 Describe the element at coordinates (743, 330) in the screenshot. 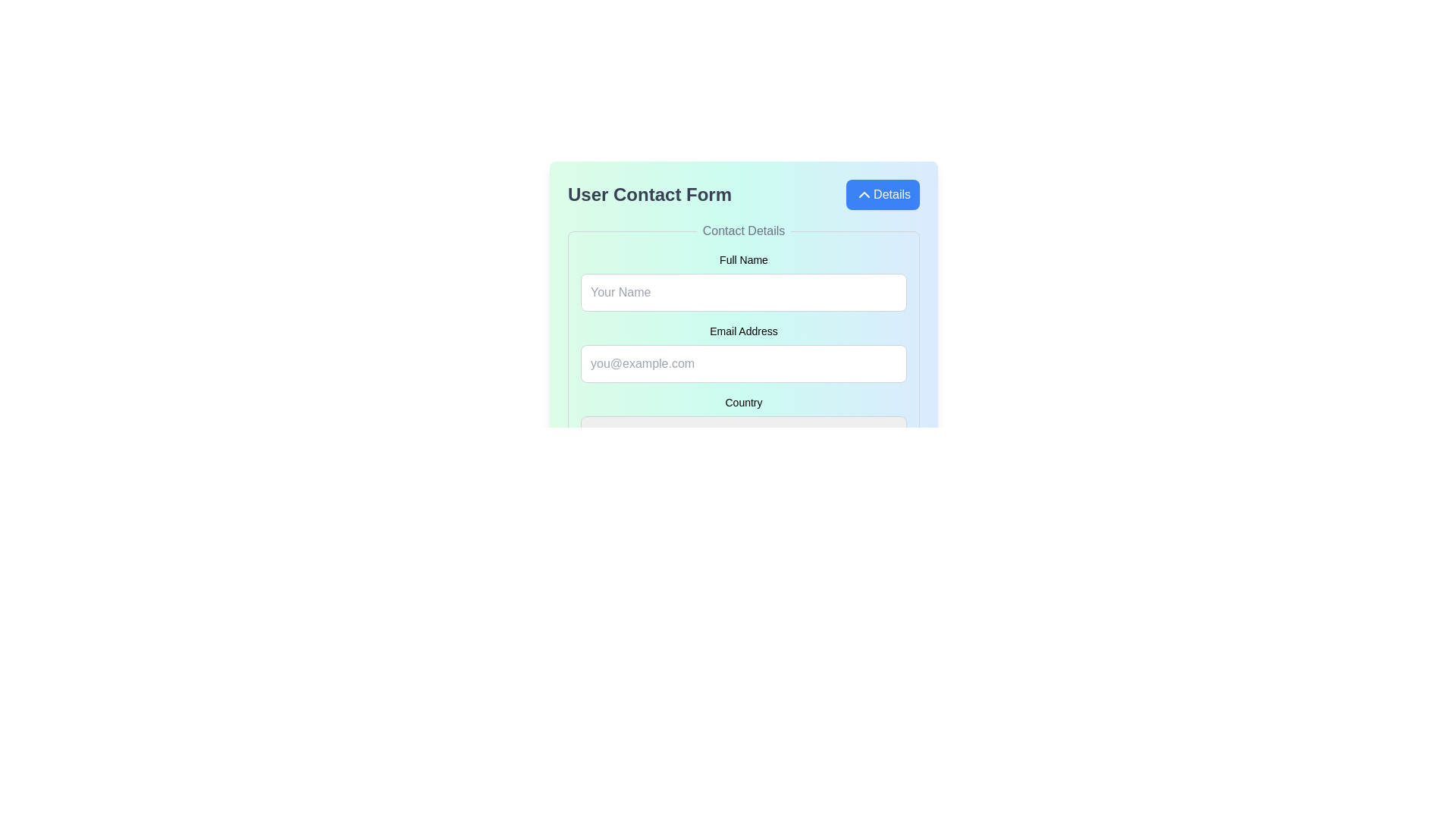

I see `the label indicating the purpose of the email input field in the 'User Contact Form', located between the 'Full Name' input section and the email input field` at that location.